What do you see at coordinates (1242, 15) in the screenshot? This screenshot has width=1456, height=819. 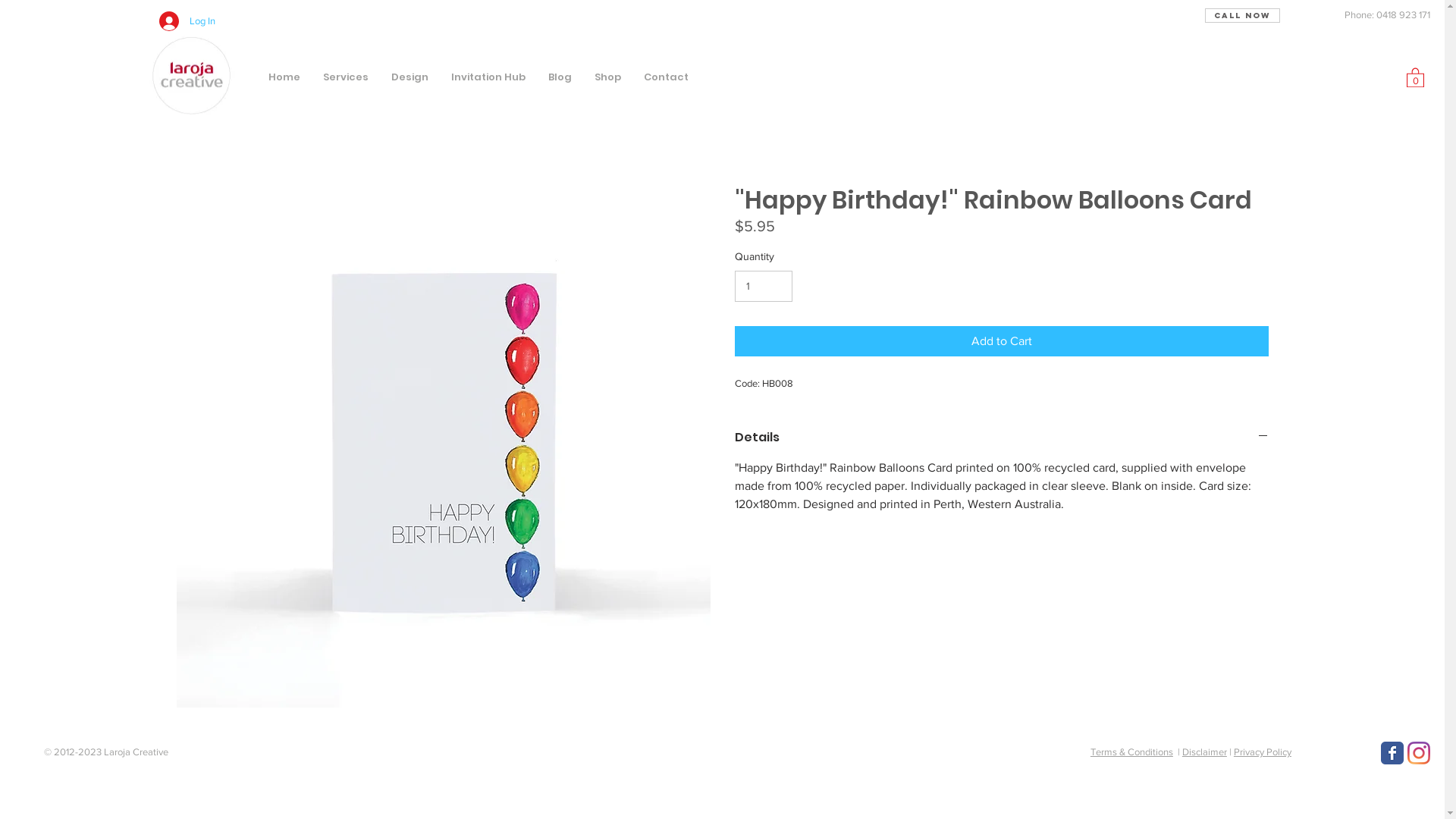 I see `'Call Now'` at bounding box center [1242, 15].